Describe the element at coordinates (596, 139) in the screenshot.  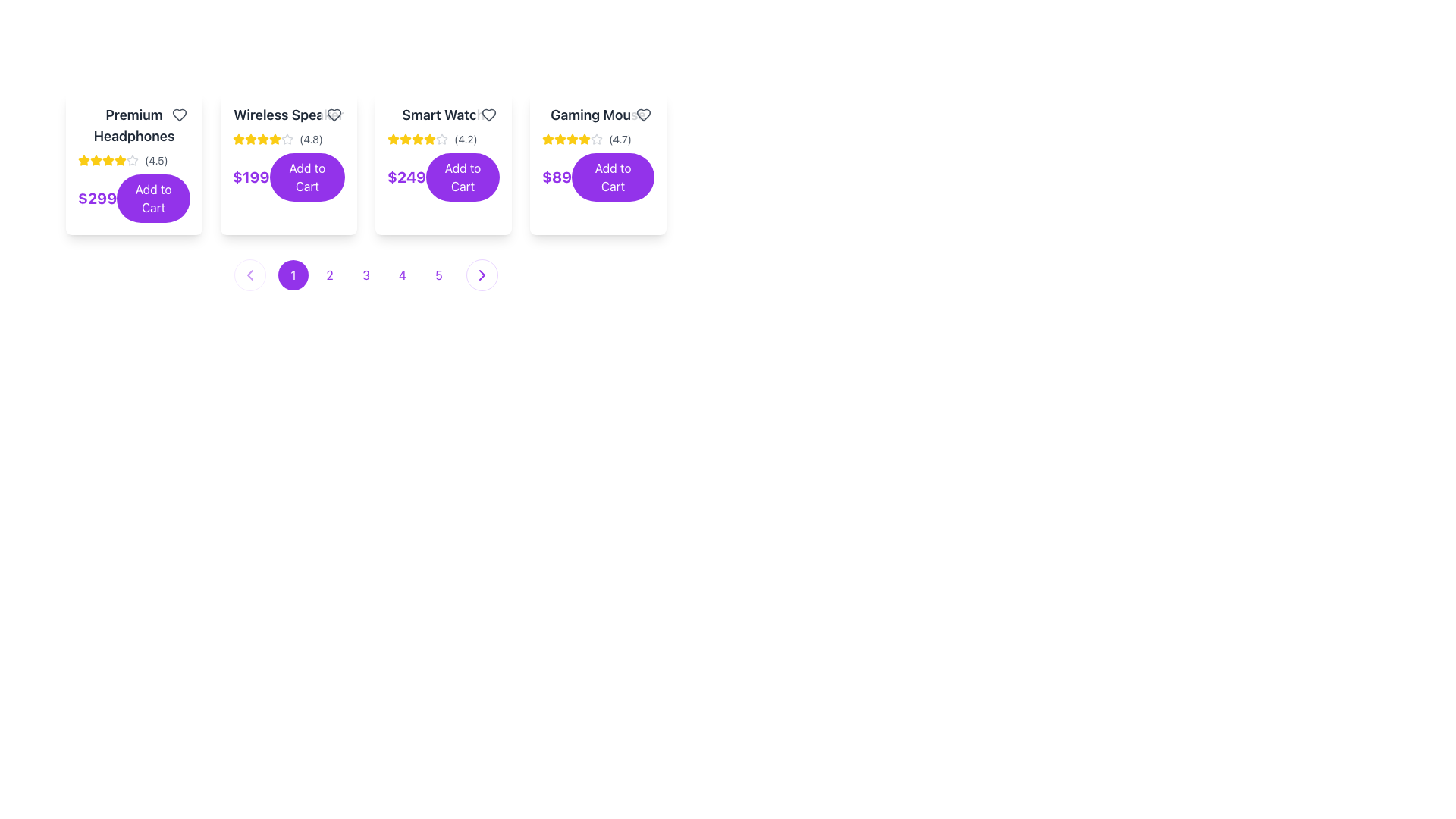
I see `the star-shaped icon representing a rating of 4.7 stars in the rating section of the 'Gaming Mouse' card` at that location.